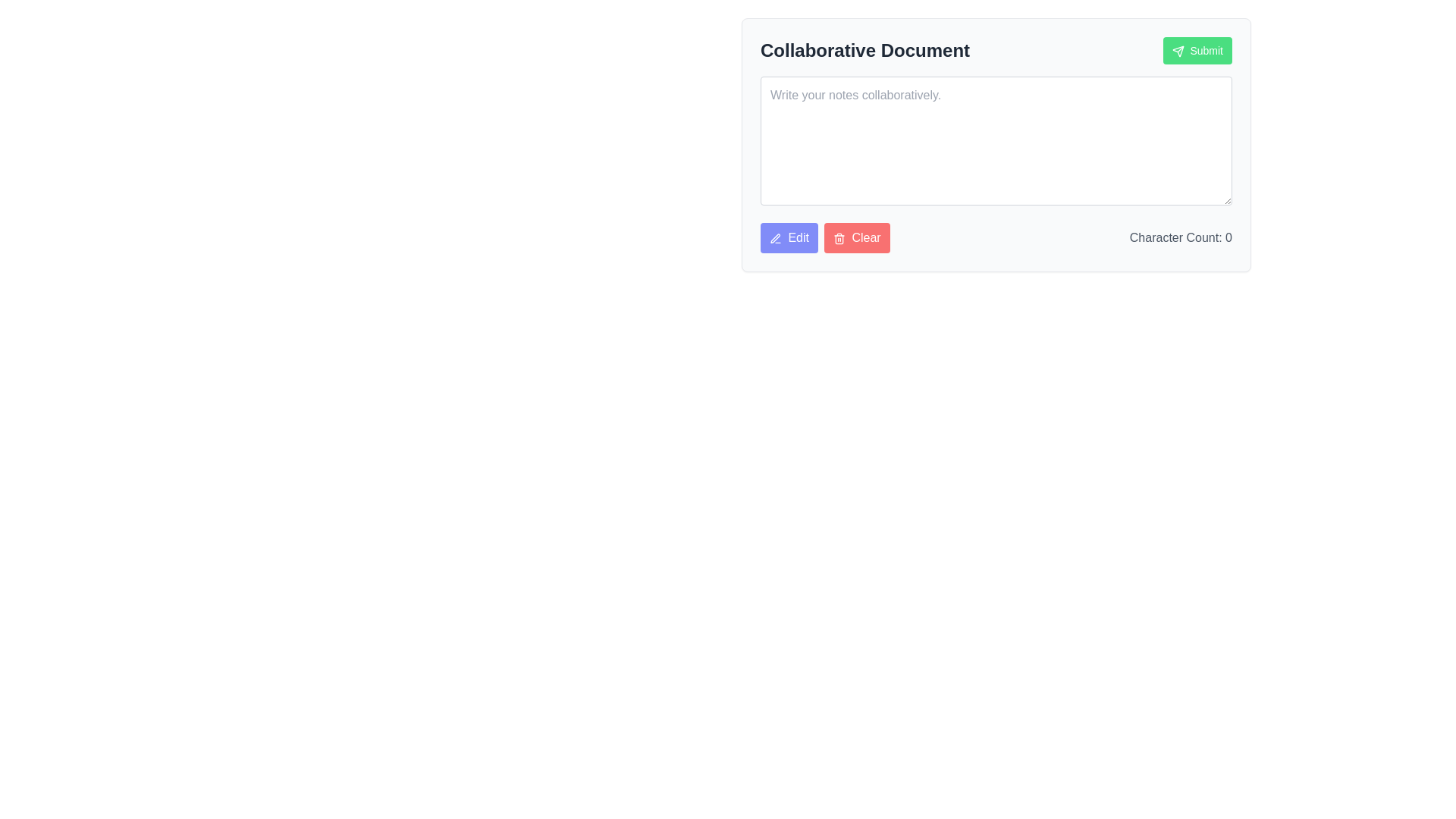 Image resolution: width=1456 pixels, height=819 pixels. What do you see at coordinates (824, 237) in the screenshot?
I see `the Interactive button group located in the lower part of the 'Collaborative Document' panel, which contains 'Edit' and 'Clear' buttons` at bounding box center [824, 237].